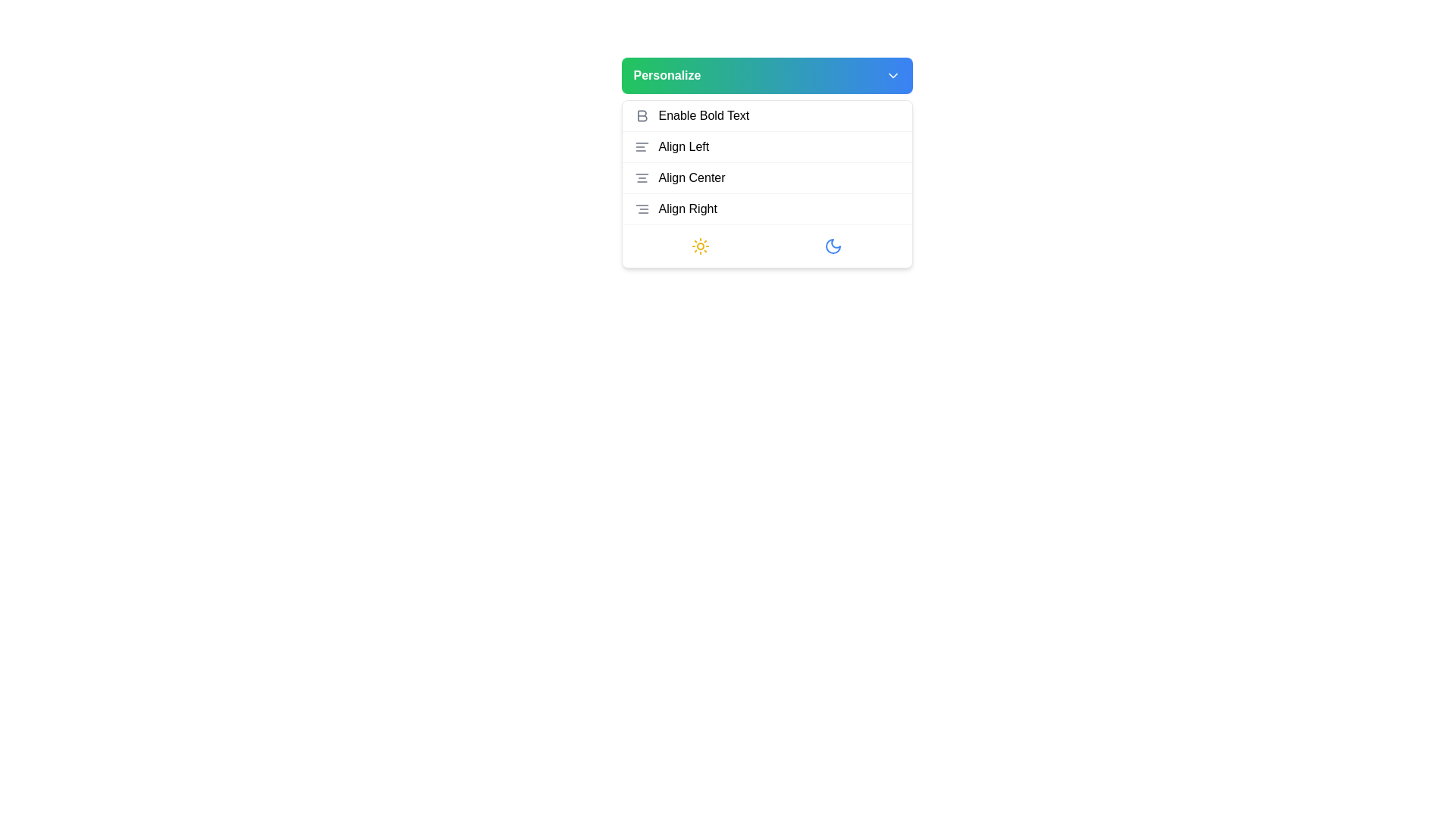 The height and width of the screenshot is (819, 1456). Describe the element at coordinates (642, 177) in the screenshot. I see `the 'Align Center' icon located in the third row of the dropdown menu under the 'Personalize' section, positioned to the left of the text 'Align Center'` at that location.